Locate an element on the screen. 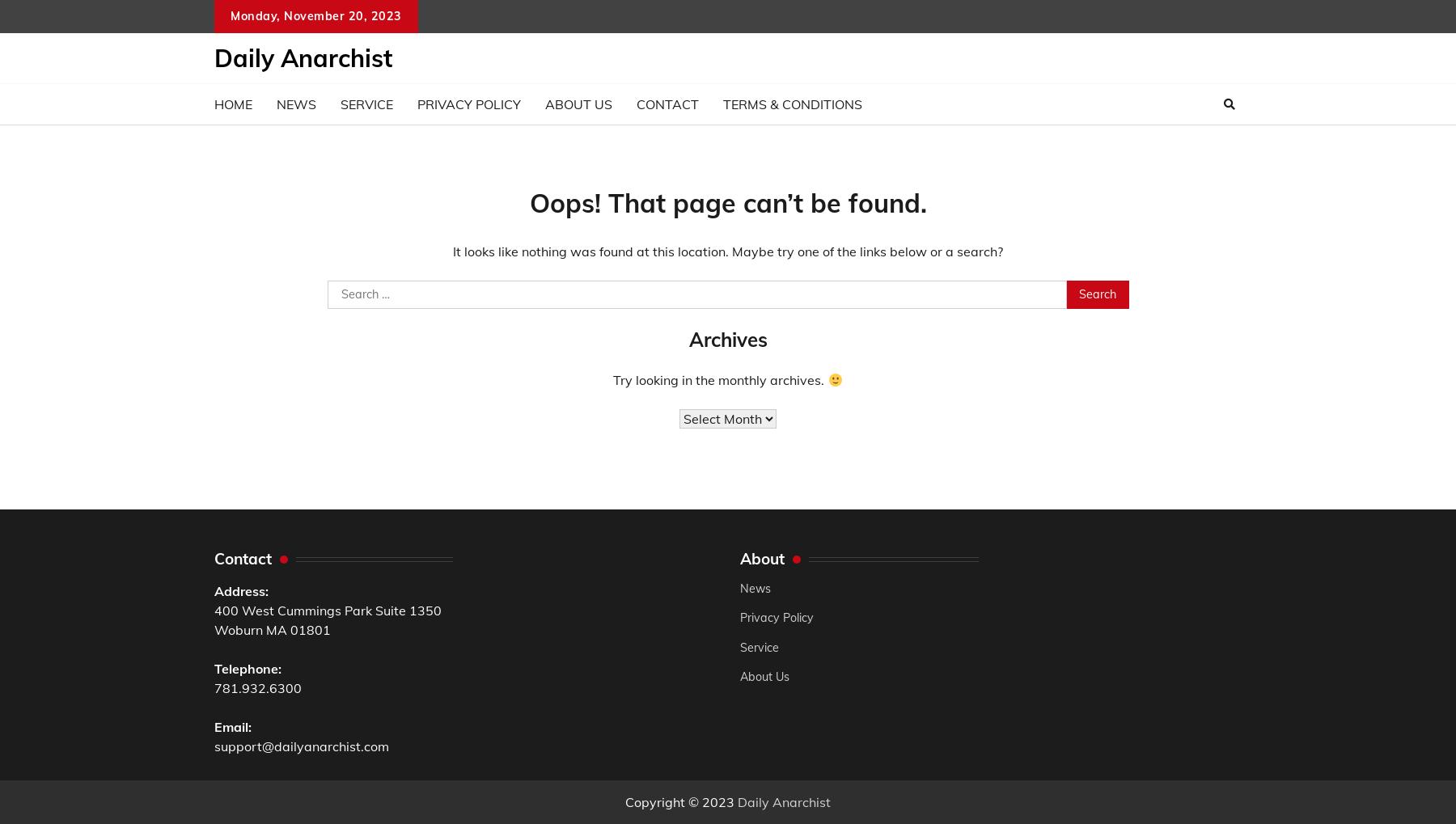  'Home' is located at coordinates (232, 104).